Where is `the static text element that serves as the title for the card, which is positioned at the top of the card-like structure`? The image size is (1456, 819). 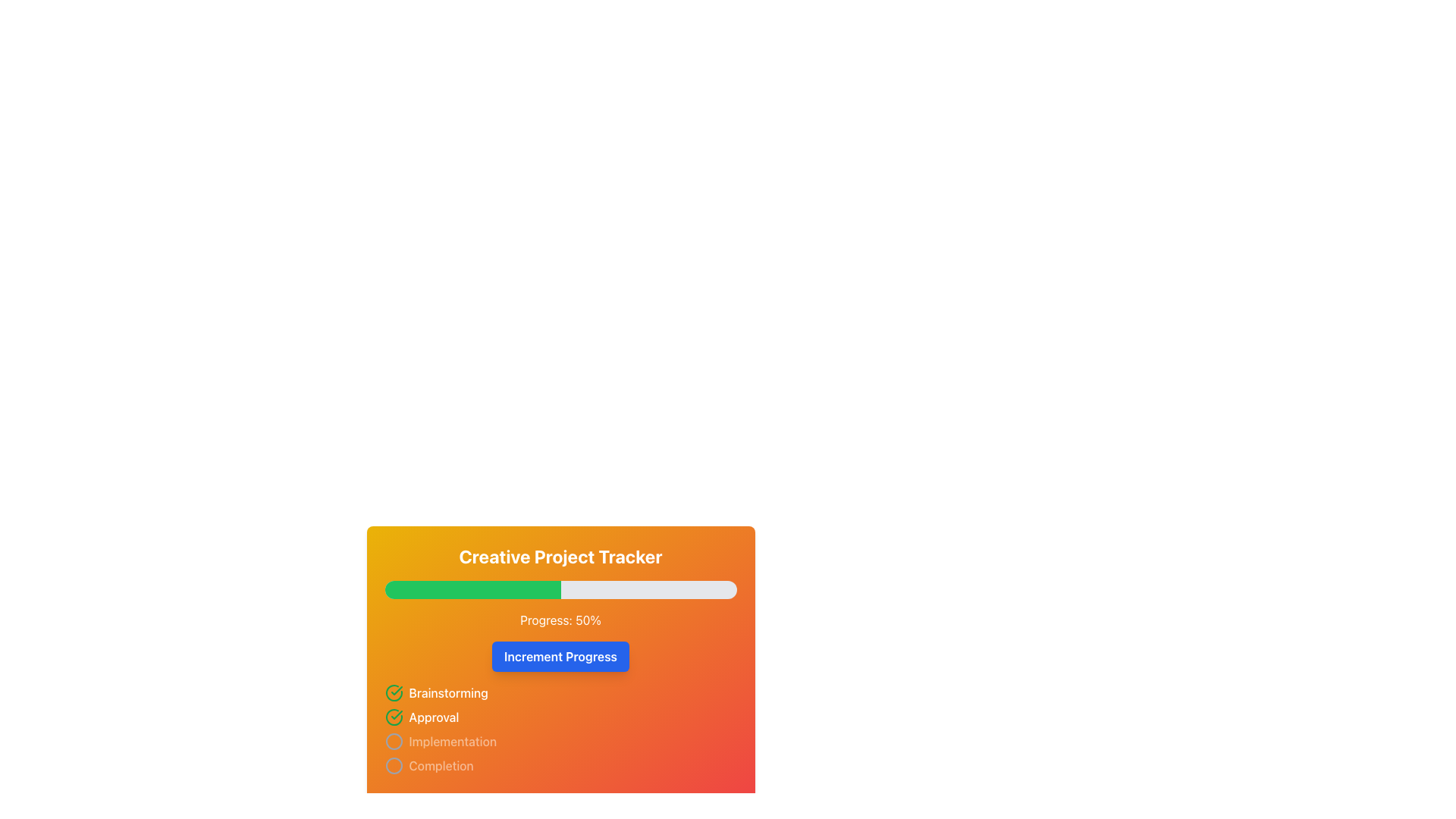
the static text element that serves as the title for the card, which is positioned at the top of the card-like structure is located at coordinates (560, 556).